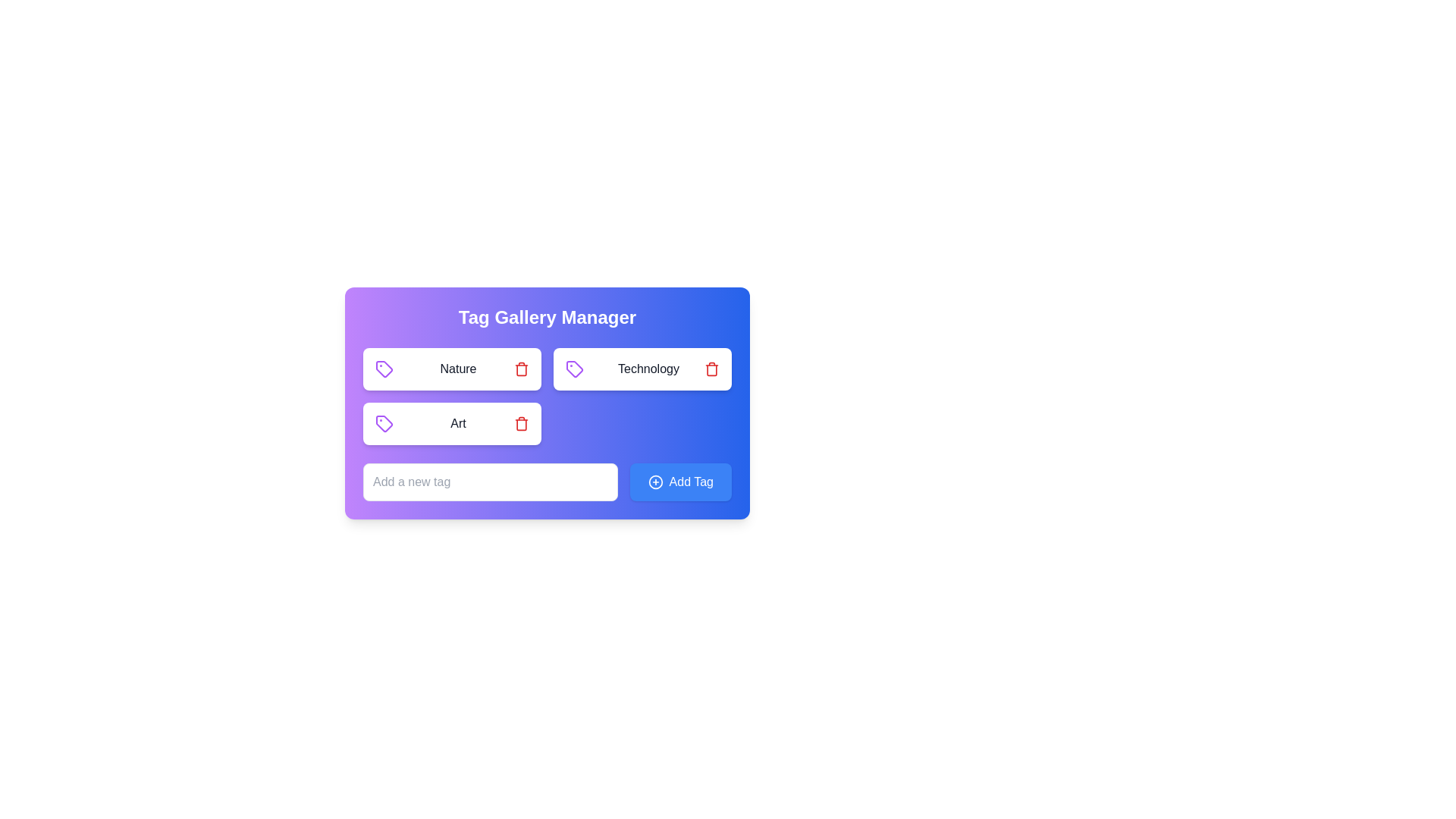 This screenshot has width=1456, height=819. What do you see at coordinates (648, 369) in the screenshot?
I see `the static text label displaying 'Technology' within the card labeled 'Technology' in the 'Tag Gallery Manager'. This label is centrally positioned between a purple tag icon and a red delete icon` at bounding box center [648, 369].